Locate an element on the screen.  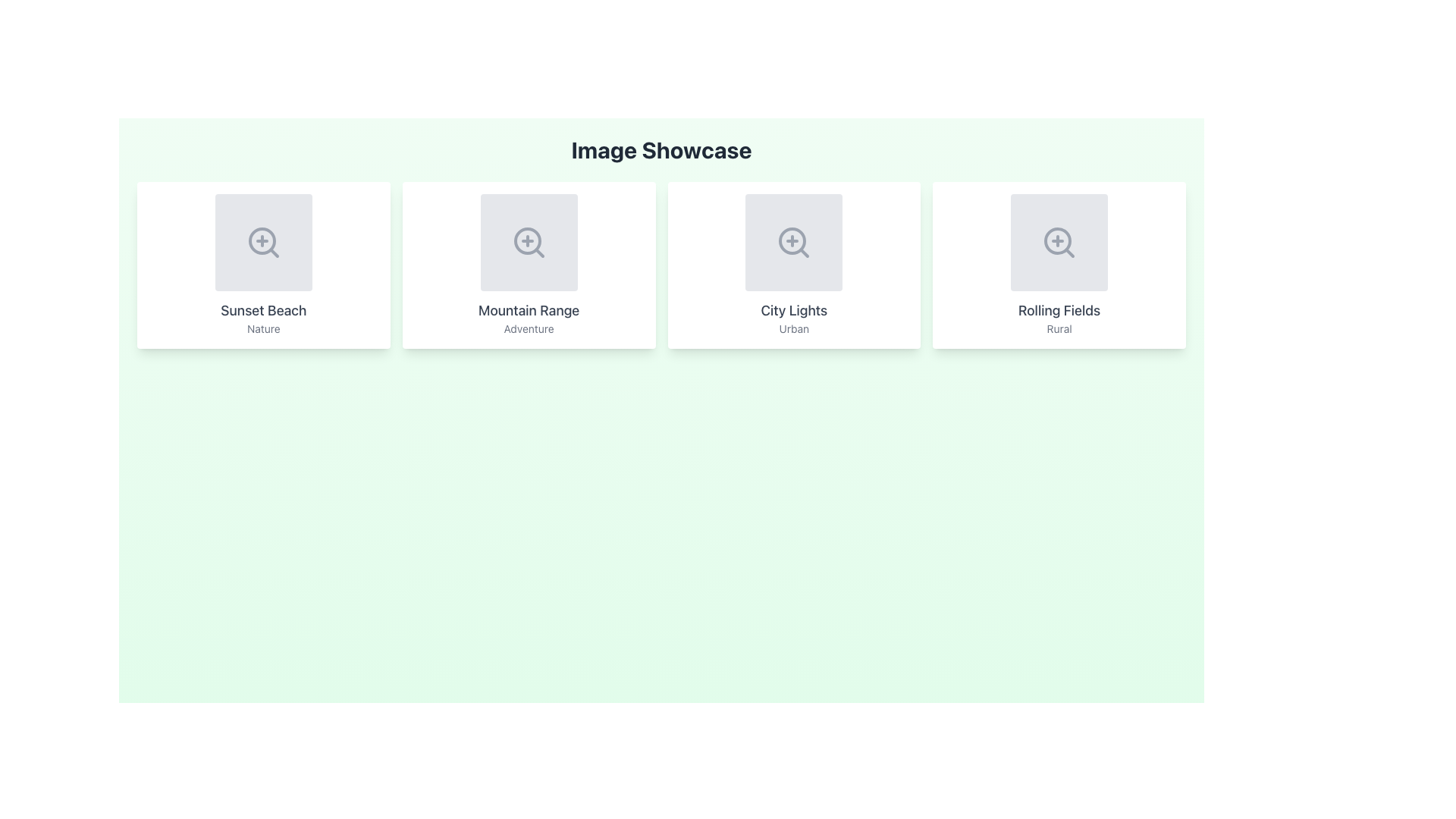
the magnifying glass icon with a '+' symbol inside it, located in the 'Mountain Range' card, to zoom in is located at coordinates (529, 242).